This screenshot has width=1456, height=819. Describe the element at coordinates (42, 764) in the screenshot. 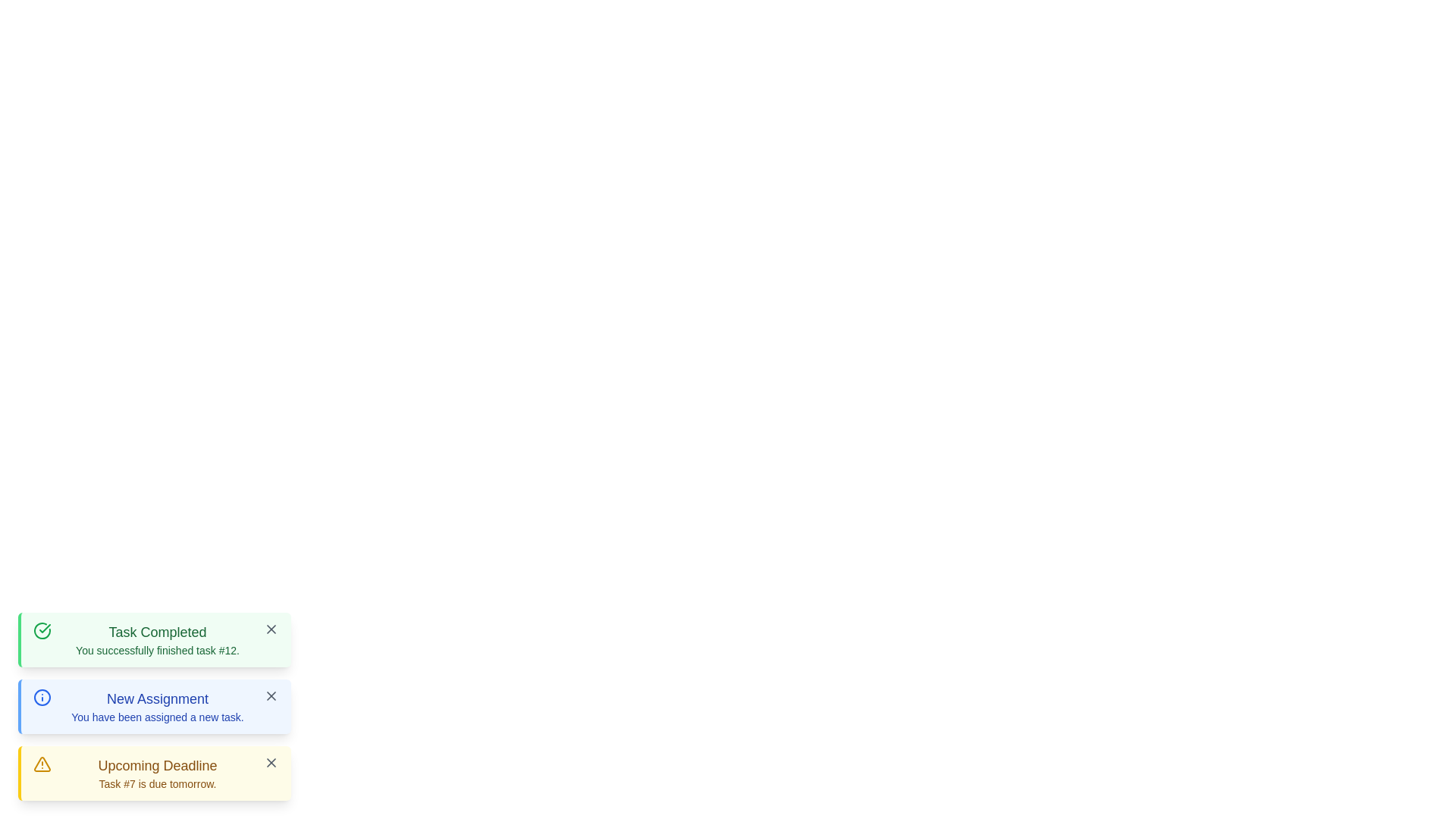

I see `the urgency indicator icon located inside the 'Upcoming Deadline' notification box, positioned at the bottom-left section of the interface` at that location.